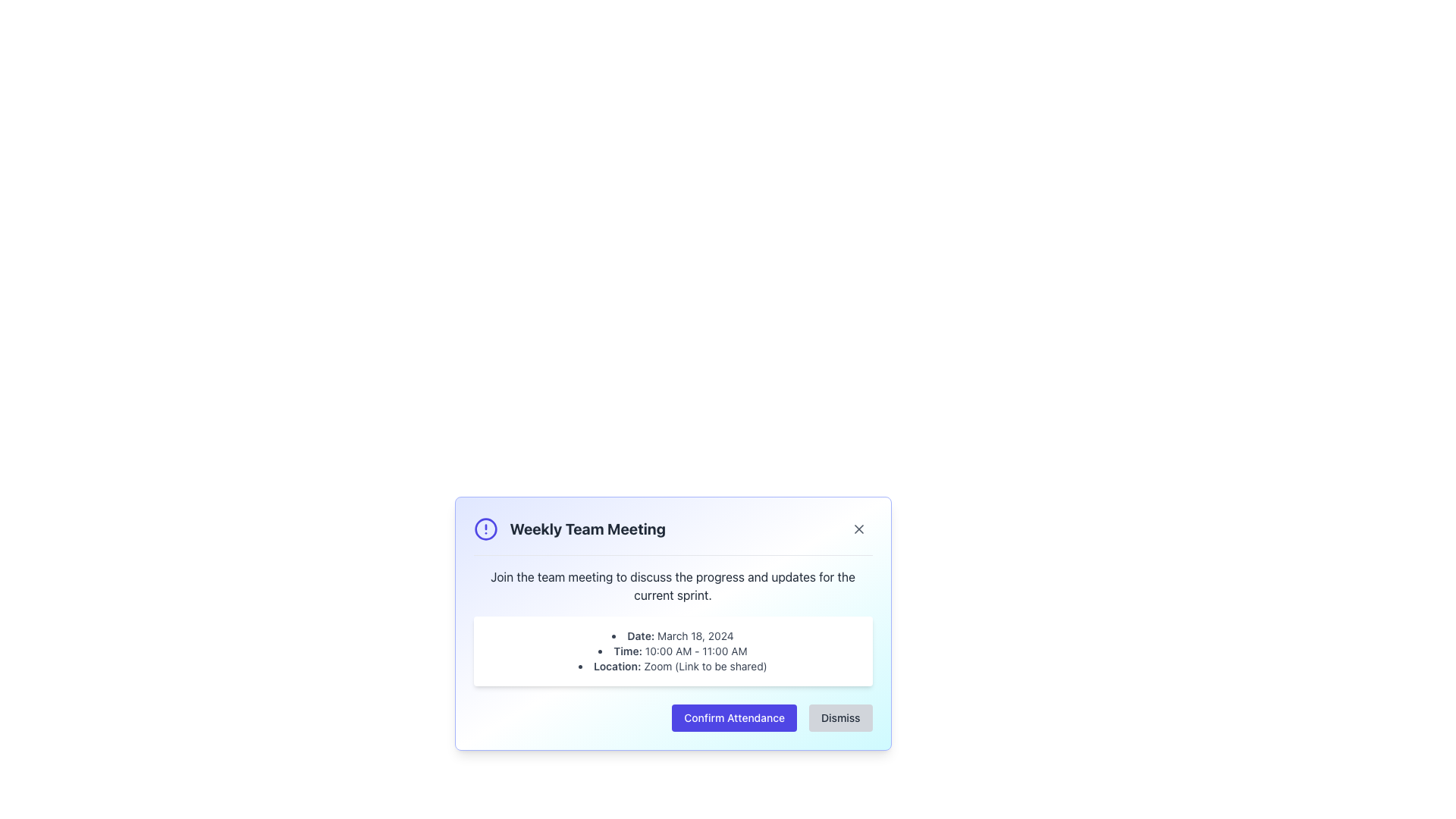  Describe the element at coordinates (672, 626) in the screenshot. I see `the Informational text block displaying details about the upcoming team meeting, located below 'Weekly Team Meeting' and above the buttons 'Confirm Attendance' and 'Dismiss'` at that location.